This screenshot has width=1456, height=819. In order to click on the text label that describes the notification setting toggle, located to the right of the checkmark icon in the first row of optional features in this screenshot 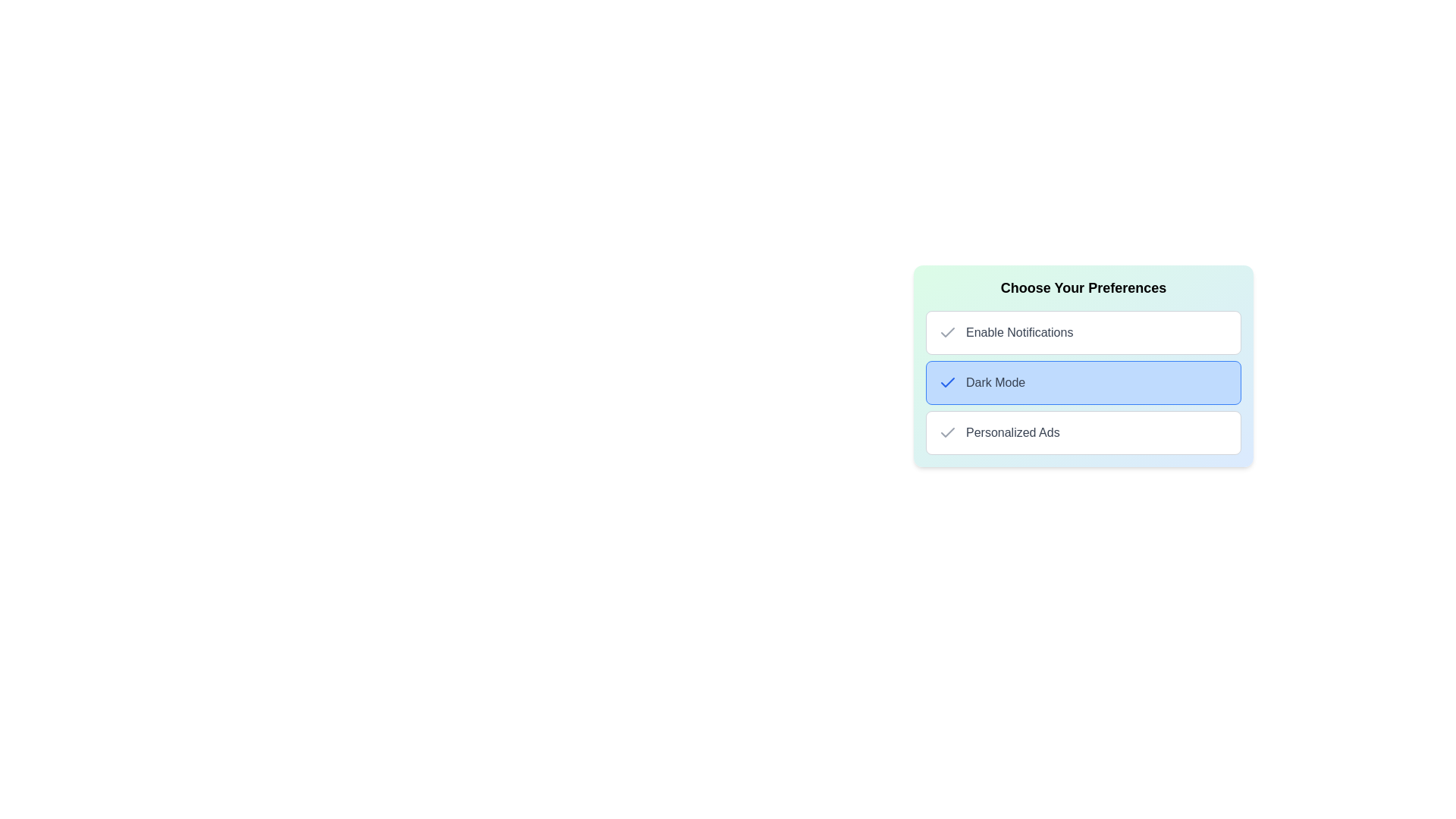, I will do `click(1019, 332)`.